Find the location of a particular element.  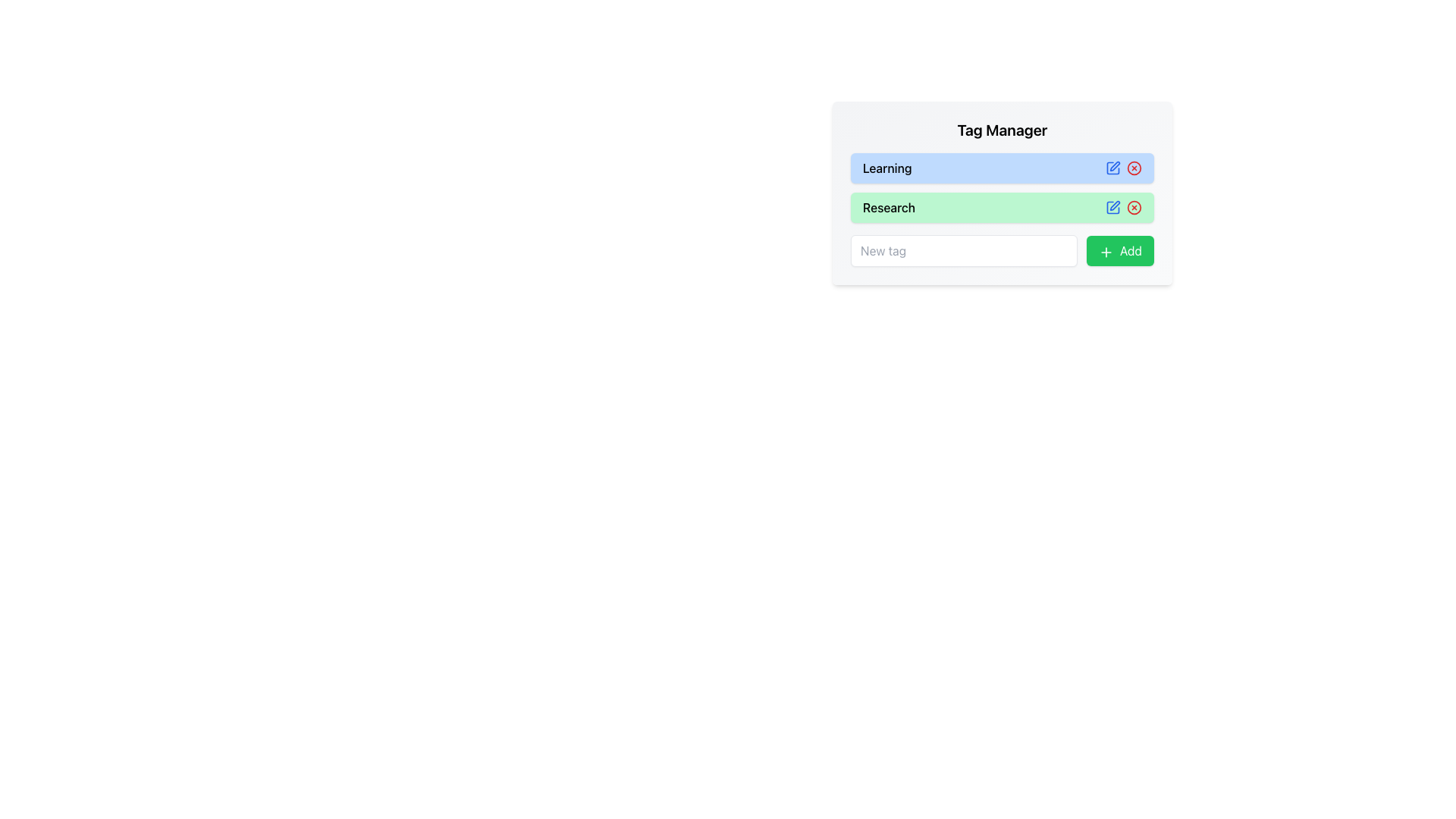

the small blue pen icon button representing the edit action, located within the green 'Research' section, to change its color is located at coordinates (1113, 207).